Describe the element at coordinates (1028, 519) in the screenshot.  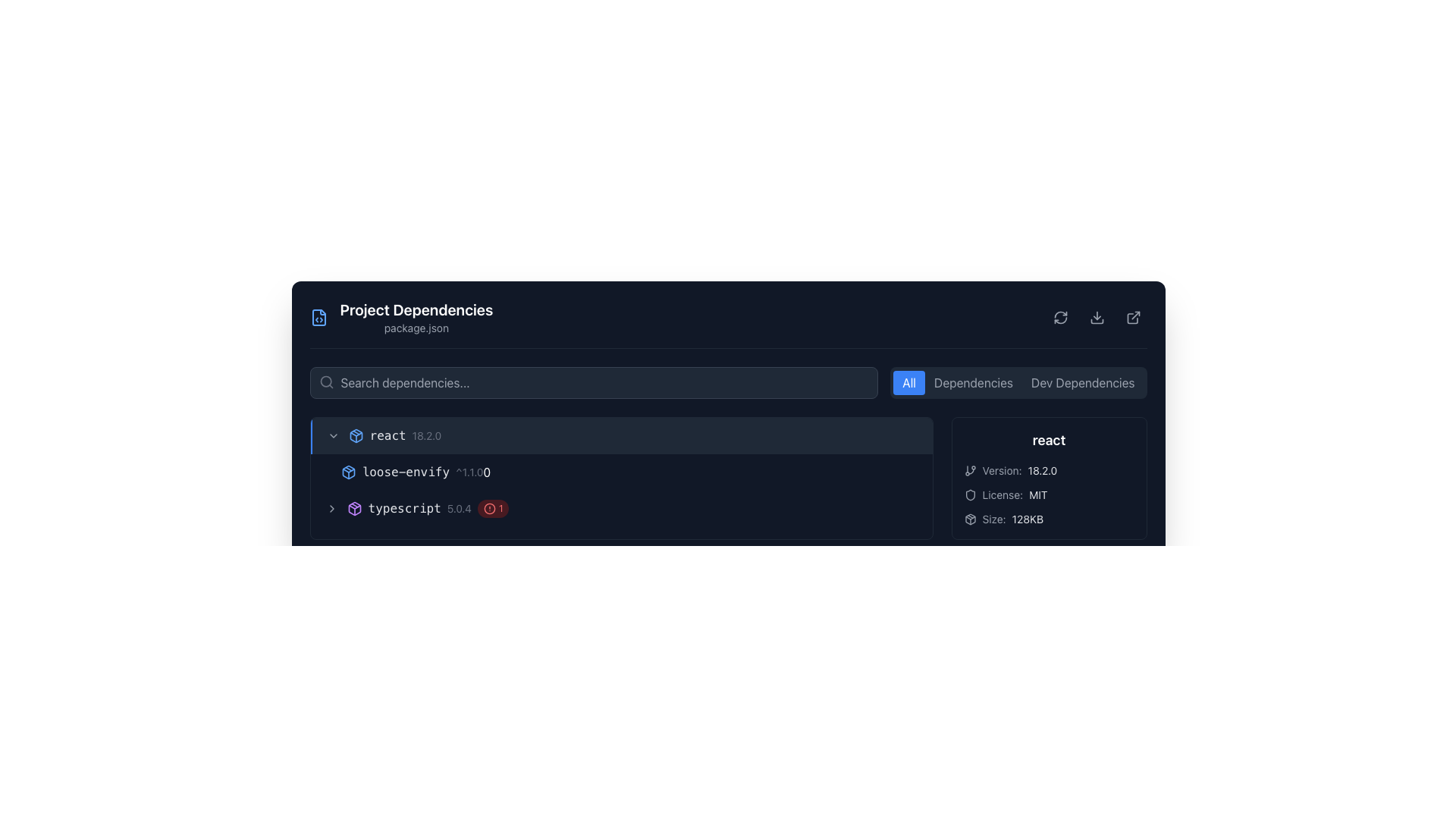
I see `the text label displaying '128KB', which is styled with a light gray font on a dark background and indicates a file size, located to the right of the 'Size:' label` at that location.